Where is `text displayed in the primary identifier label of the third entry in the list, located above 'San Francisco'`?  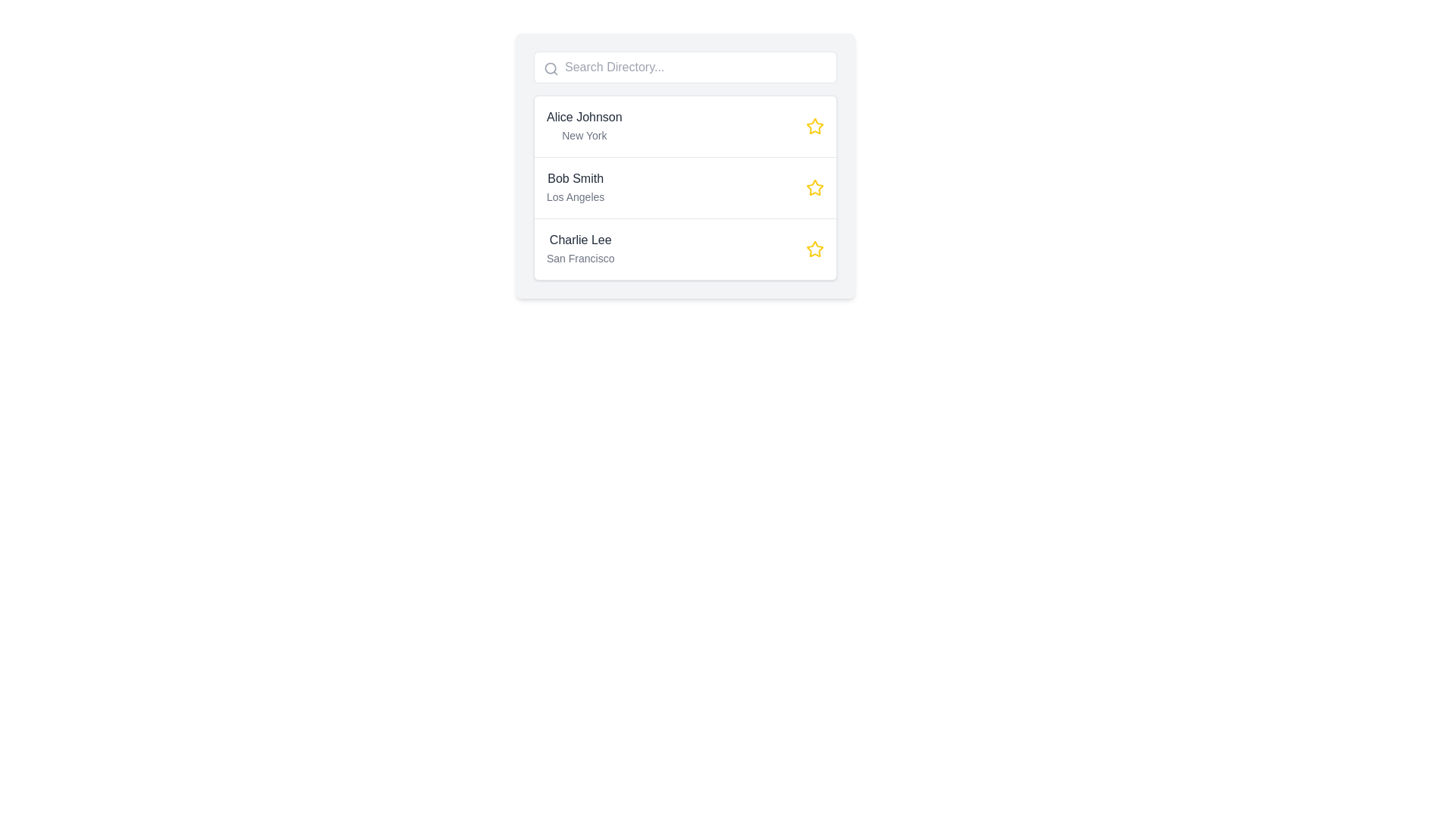 text displayed in the primary identifier label of the third entry in the list, located above 'San Francisco' is located at coordinates (579, 239).